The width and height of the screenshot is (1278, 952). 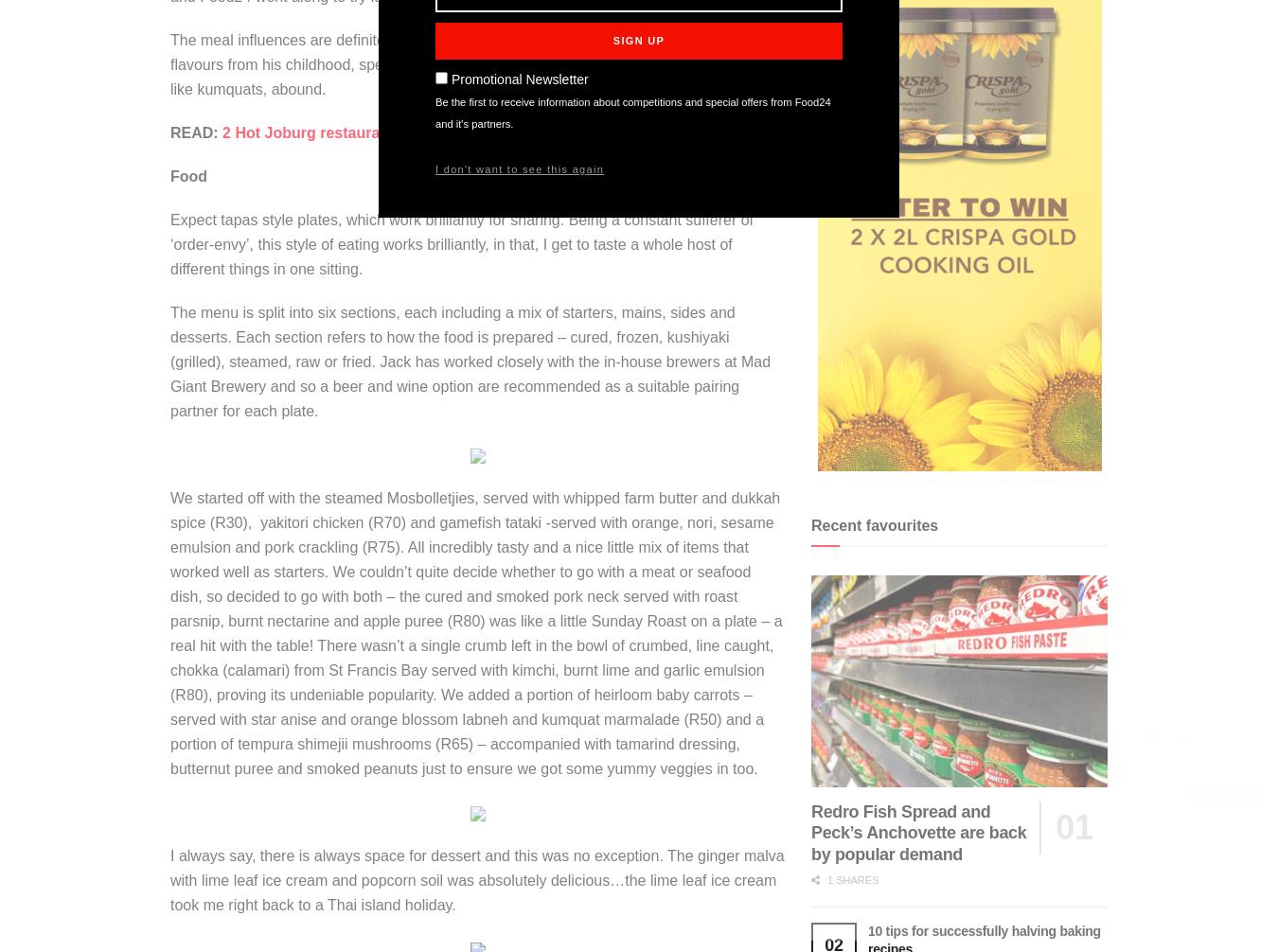 What do you see at coordinates (169, 63) in the screenshot?
I see `'The meal influences are definitely Asian with a very noticeable African twist. Jack draws on flavours from his childhood, spent on a farm in Zimbabwe – for example, unusual flavours, like kumquats, abound.'` at bounding box center [169, 63].